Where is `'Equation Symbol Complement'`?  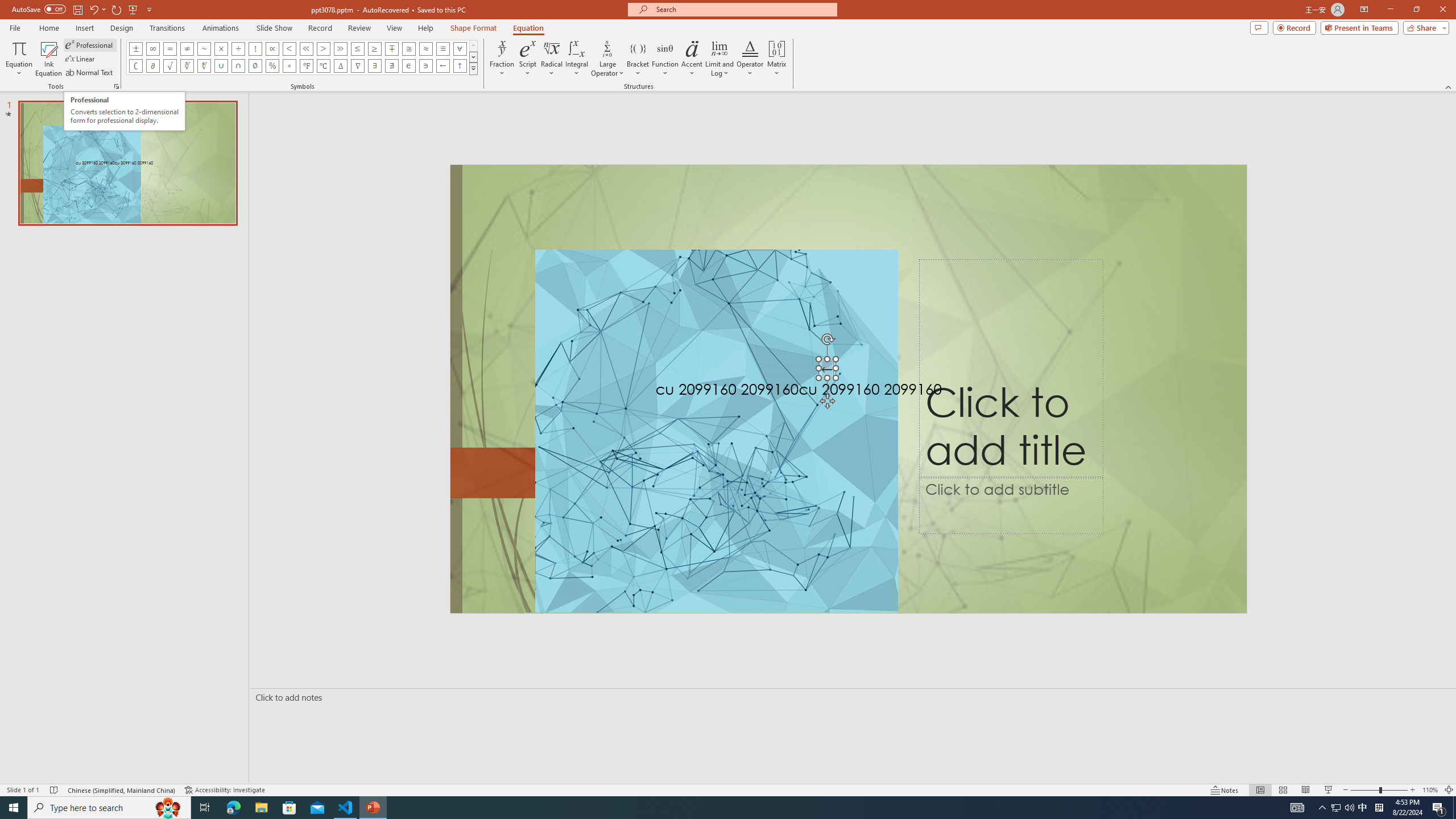
'Equation Symbol Complement' is located at coordinates (136, 65).